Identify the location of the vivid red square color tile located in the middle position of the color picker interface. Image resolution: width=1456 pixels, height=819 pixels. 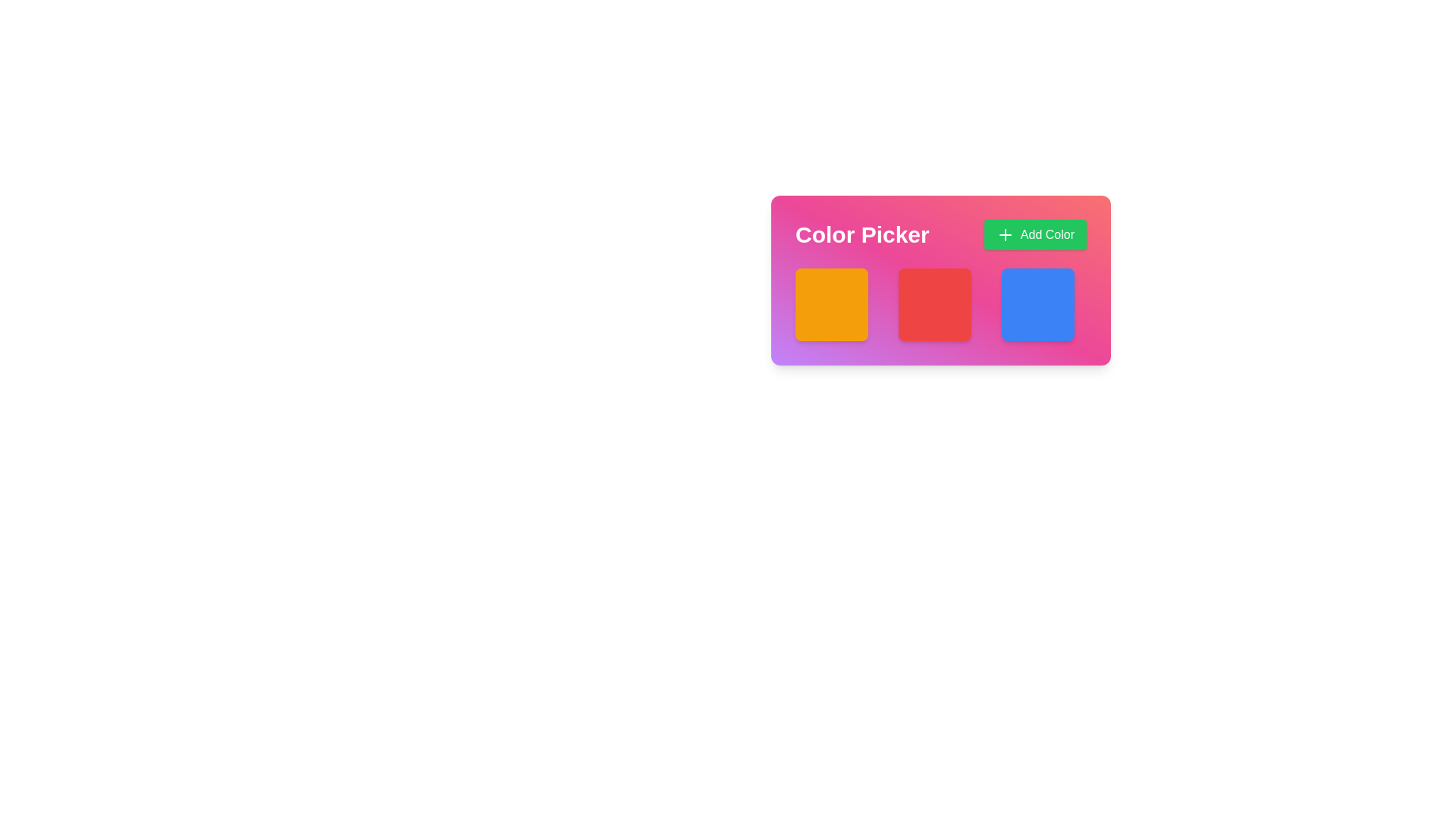
(940, 281).